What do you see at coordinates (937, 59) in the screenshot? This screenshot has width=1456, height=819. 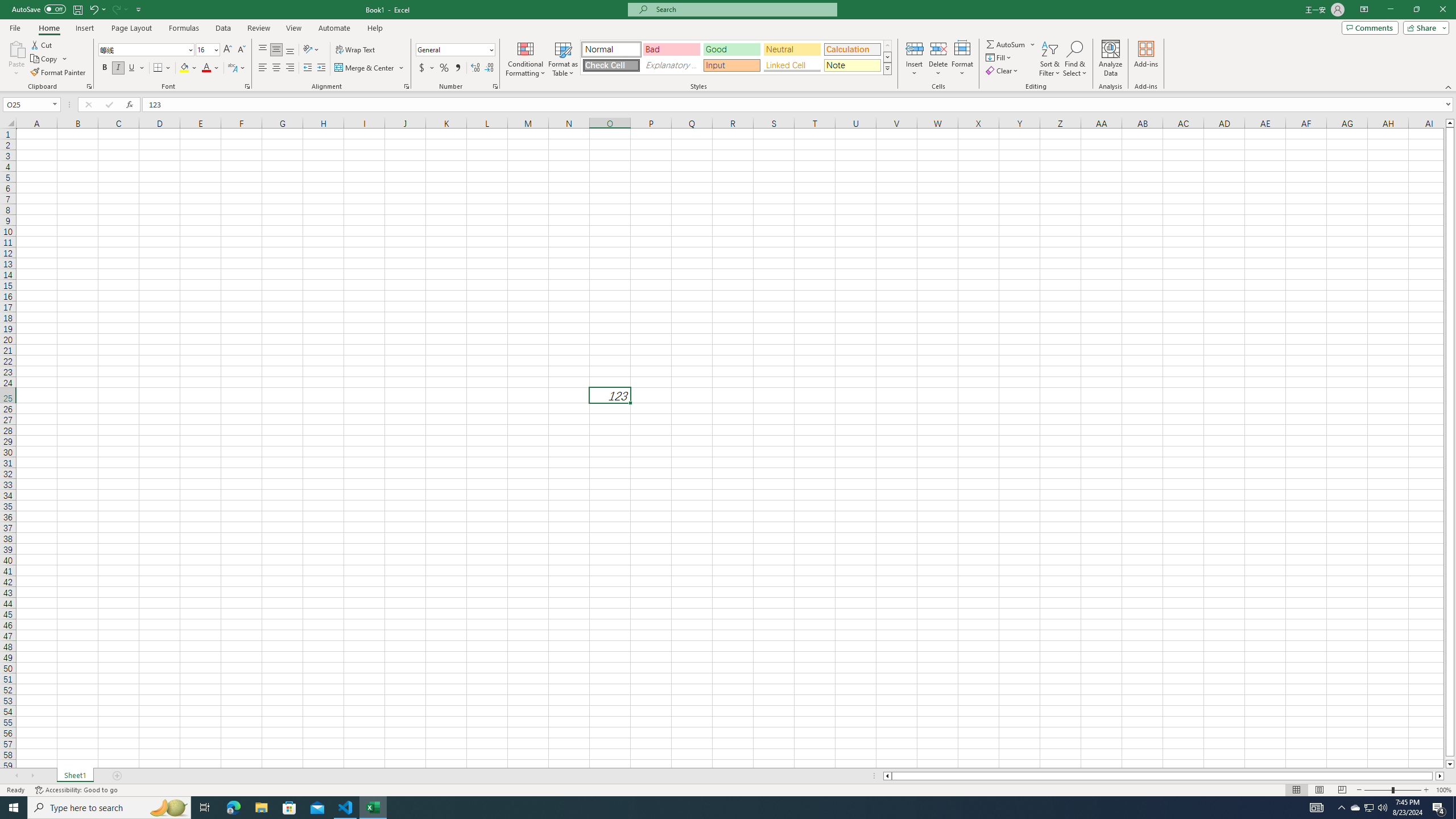 I see `'Delete'` at bounding box center [937, 59].